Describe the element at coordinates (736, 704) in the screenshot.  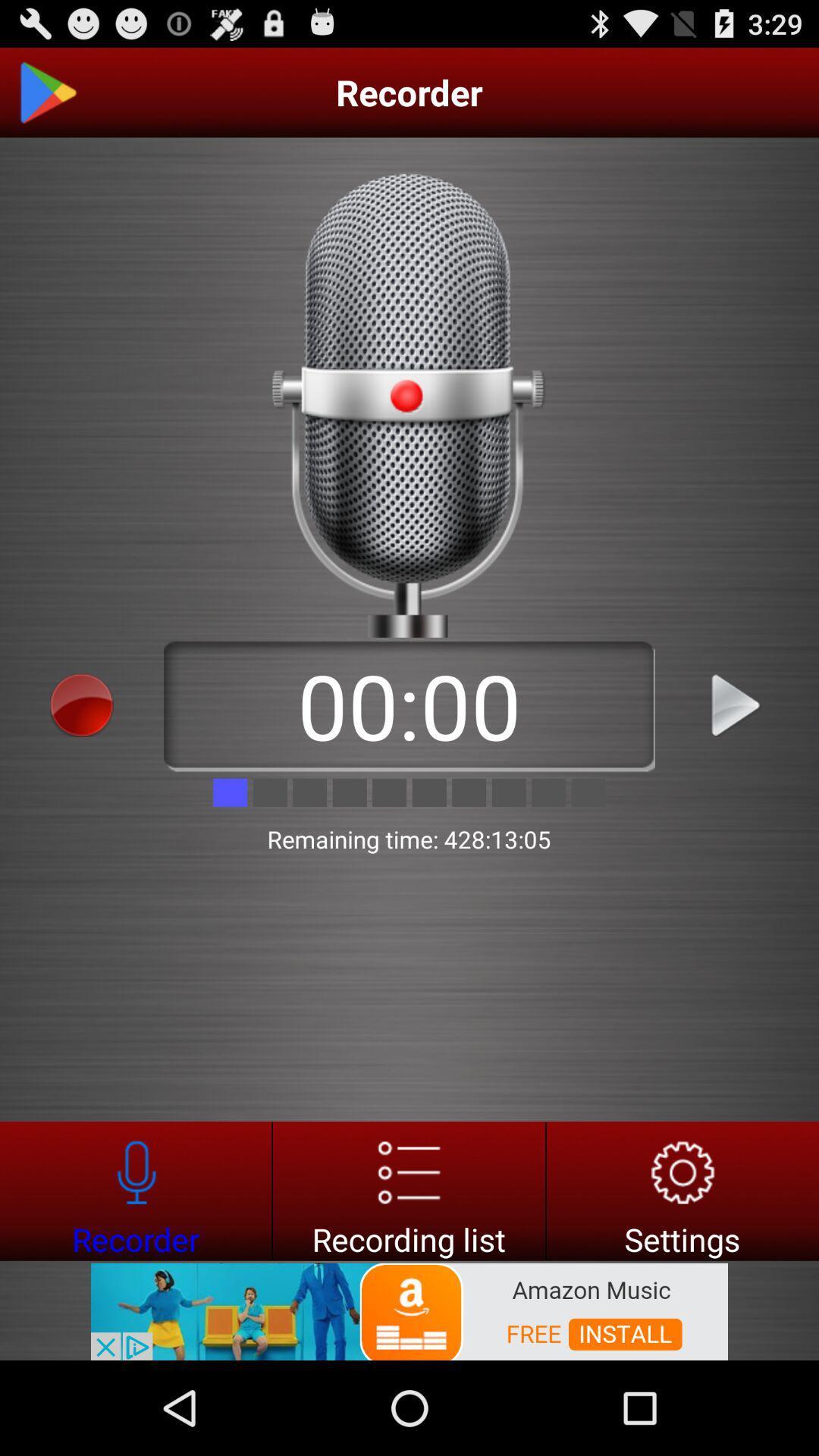
I see `radio play` at that location.